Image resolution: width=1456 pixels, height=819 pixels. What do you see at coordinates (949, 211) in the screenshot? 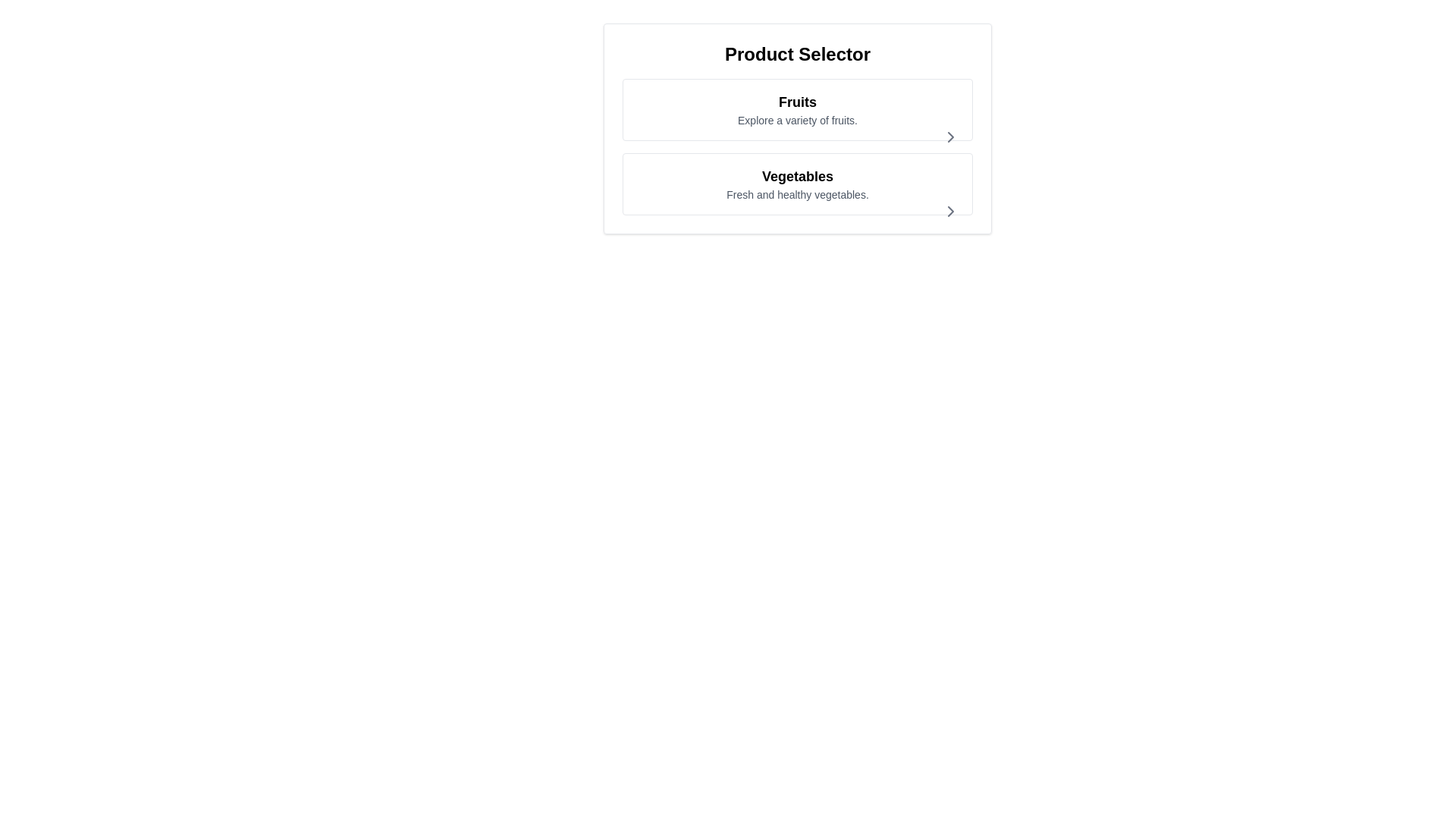
I see `the Right-chevron navigation icon at the far right of the 'Vegetables' selection card` at bounding box center [949, 211].